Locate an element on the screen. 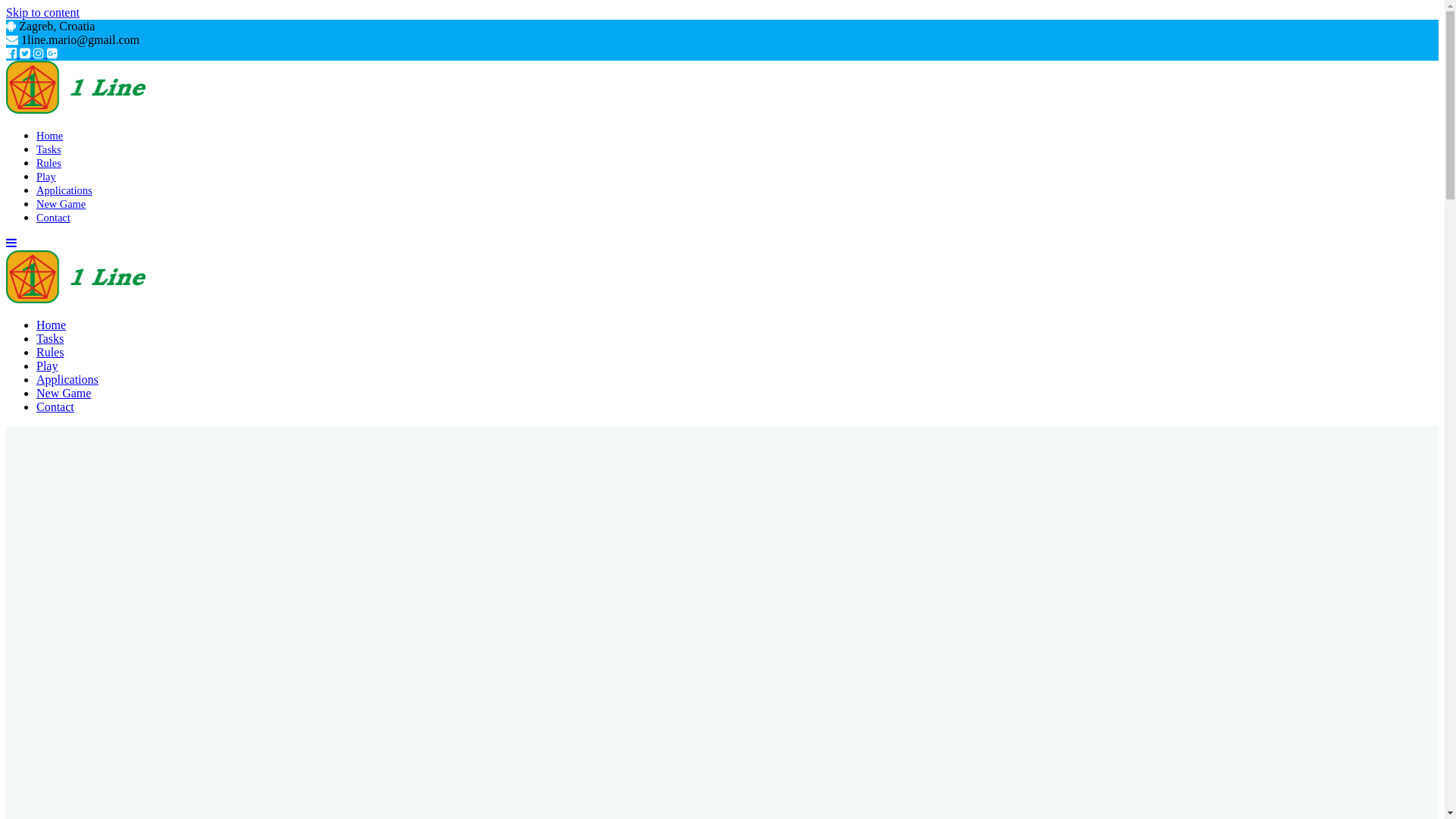 The width and height of the screenshot is (1456, 819). 'Skip to content' is located at coordinates (6, 12).